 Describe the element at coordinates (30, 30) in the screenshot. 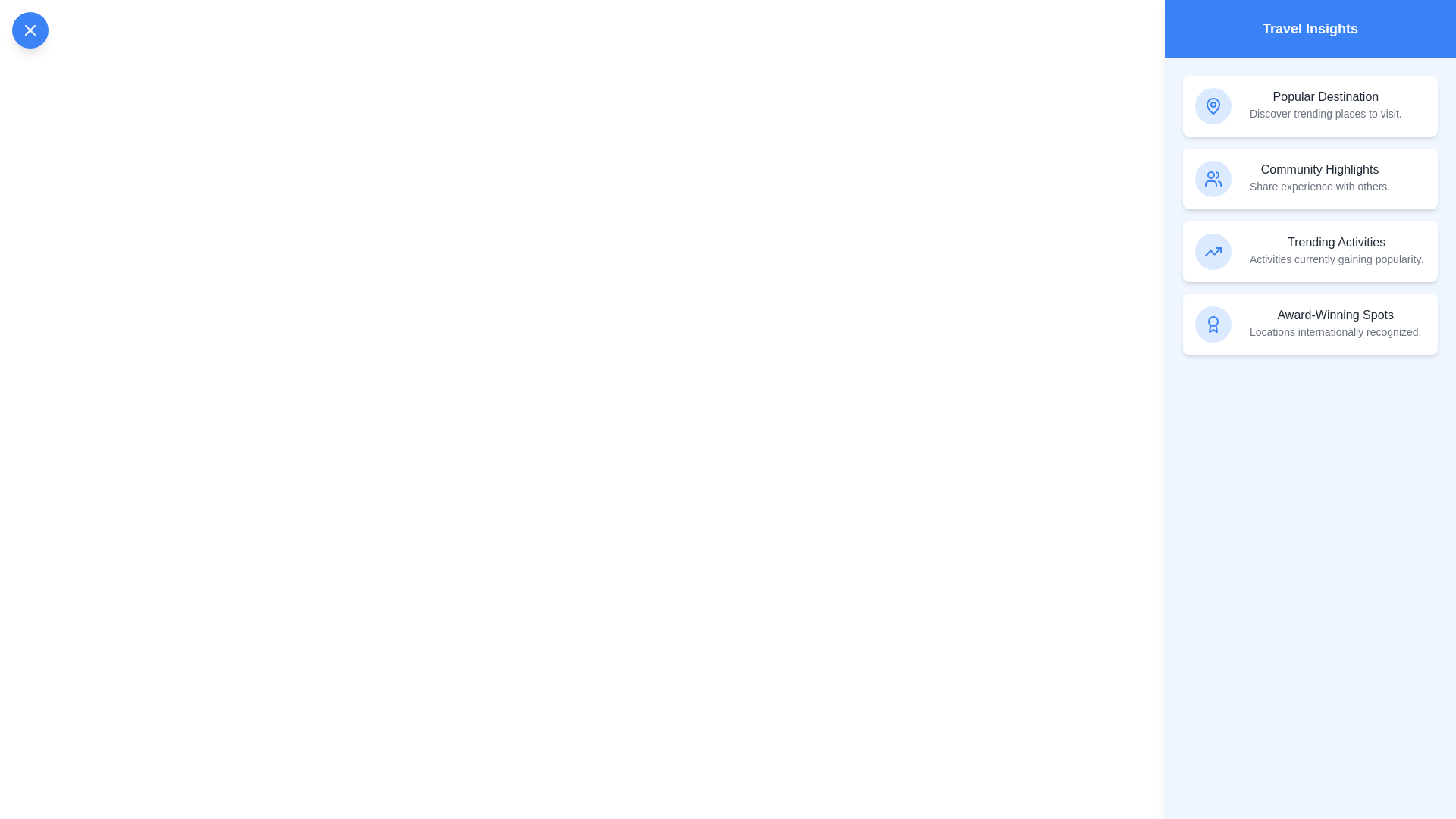

I see `button with the X icon to toggle the drawer` at that location.